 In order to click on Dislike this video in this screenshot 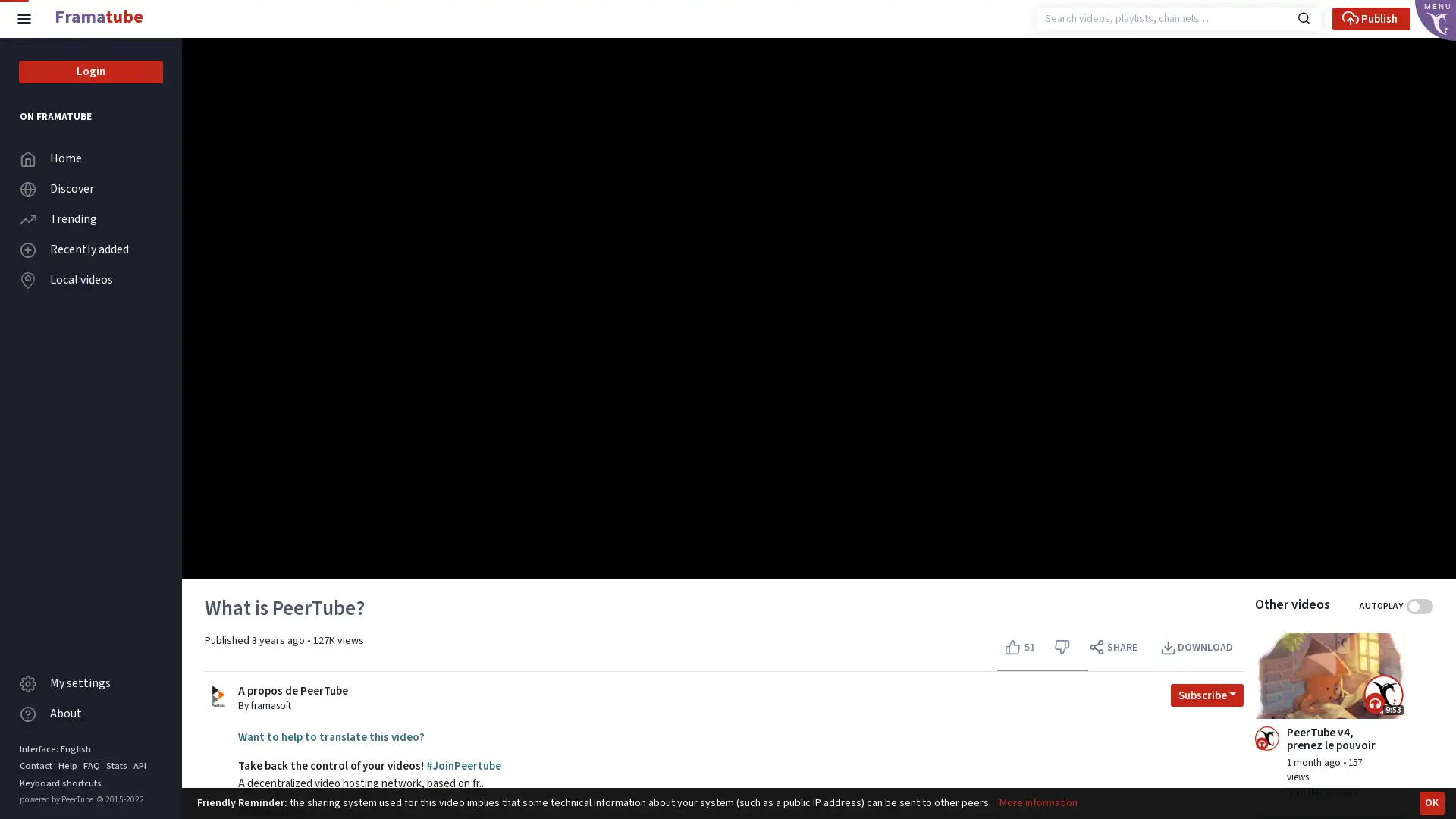, I will do `click(1061, 647)`.